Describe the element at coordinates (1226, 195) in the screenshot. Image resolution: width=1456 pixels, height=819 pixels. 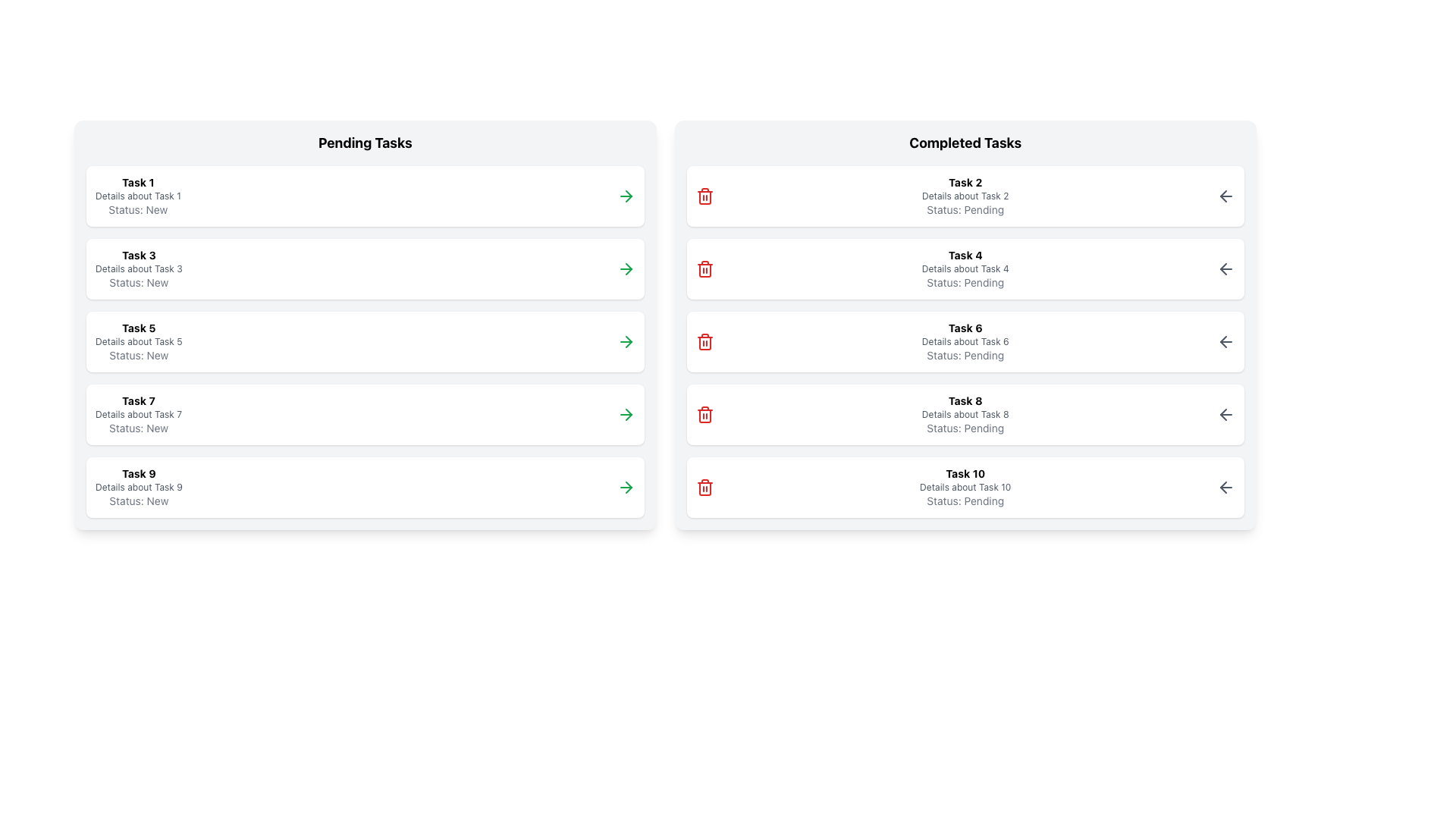
I see `the gray left arrow icon located on the right side of the 'Task 2' card in the 'Completed Tasks' column to invoke its action` at that location.